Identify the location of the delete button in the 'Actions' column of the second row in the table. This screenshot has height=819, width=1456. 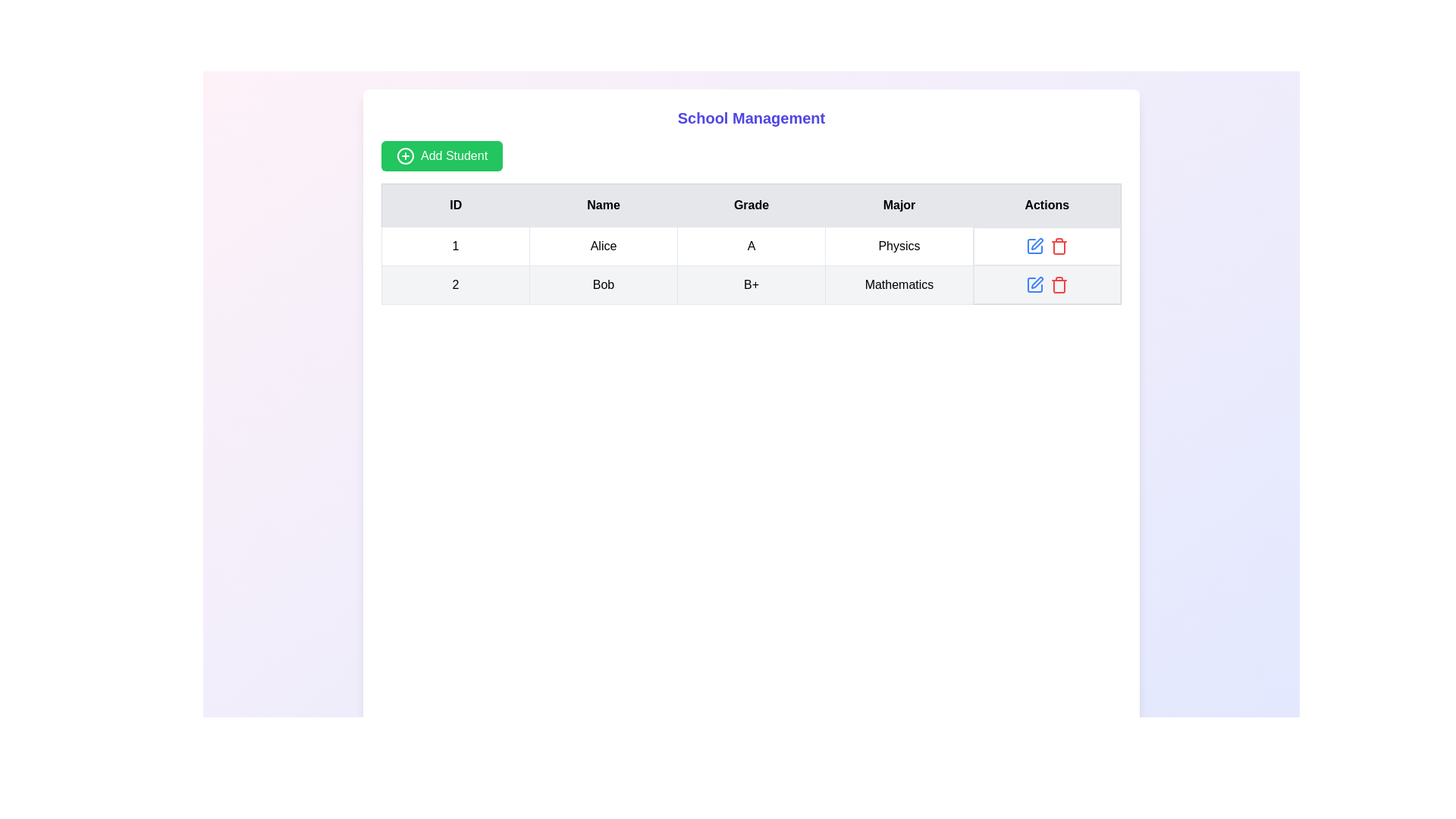
(1058, 245).